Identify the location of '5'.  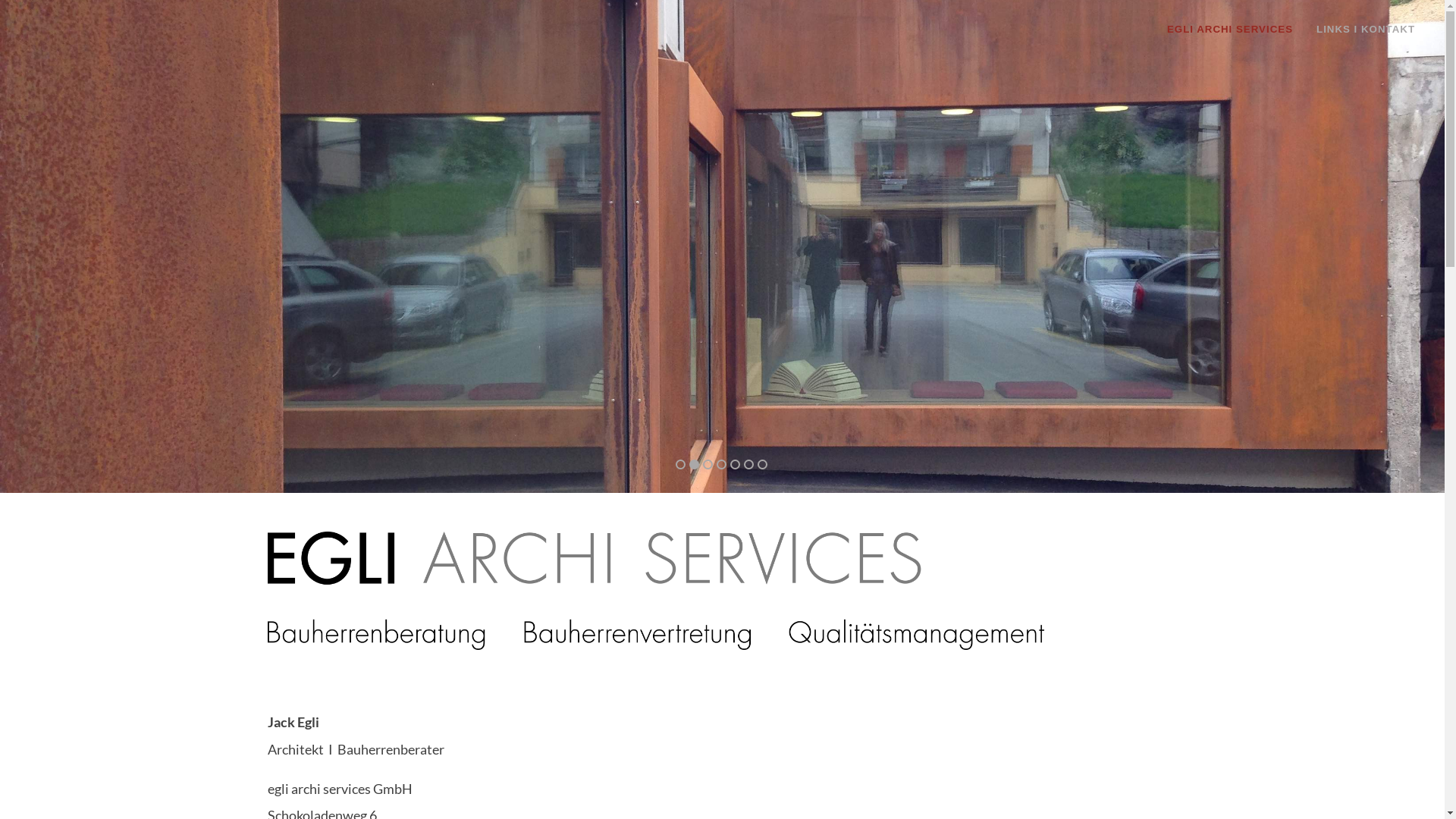
(735, 463).